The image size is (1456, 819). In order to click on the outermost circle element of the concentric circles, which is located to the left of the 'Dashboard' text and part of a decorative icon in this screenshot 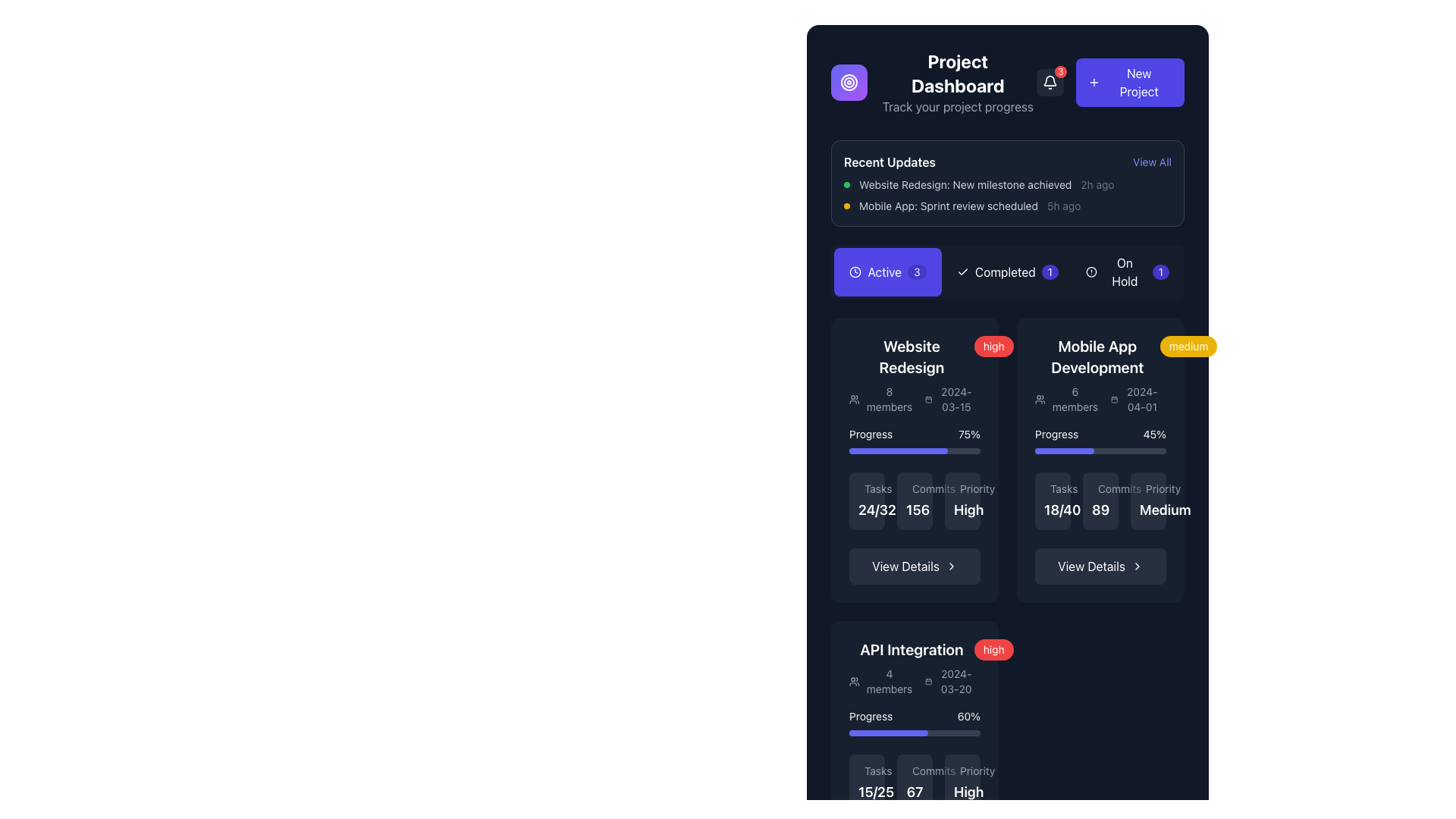, I will do `click(848, 82)`.